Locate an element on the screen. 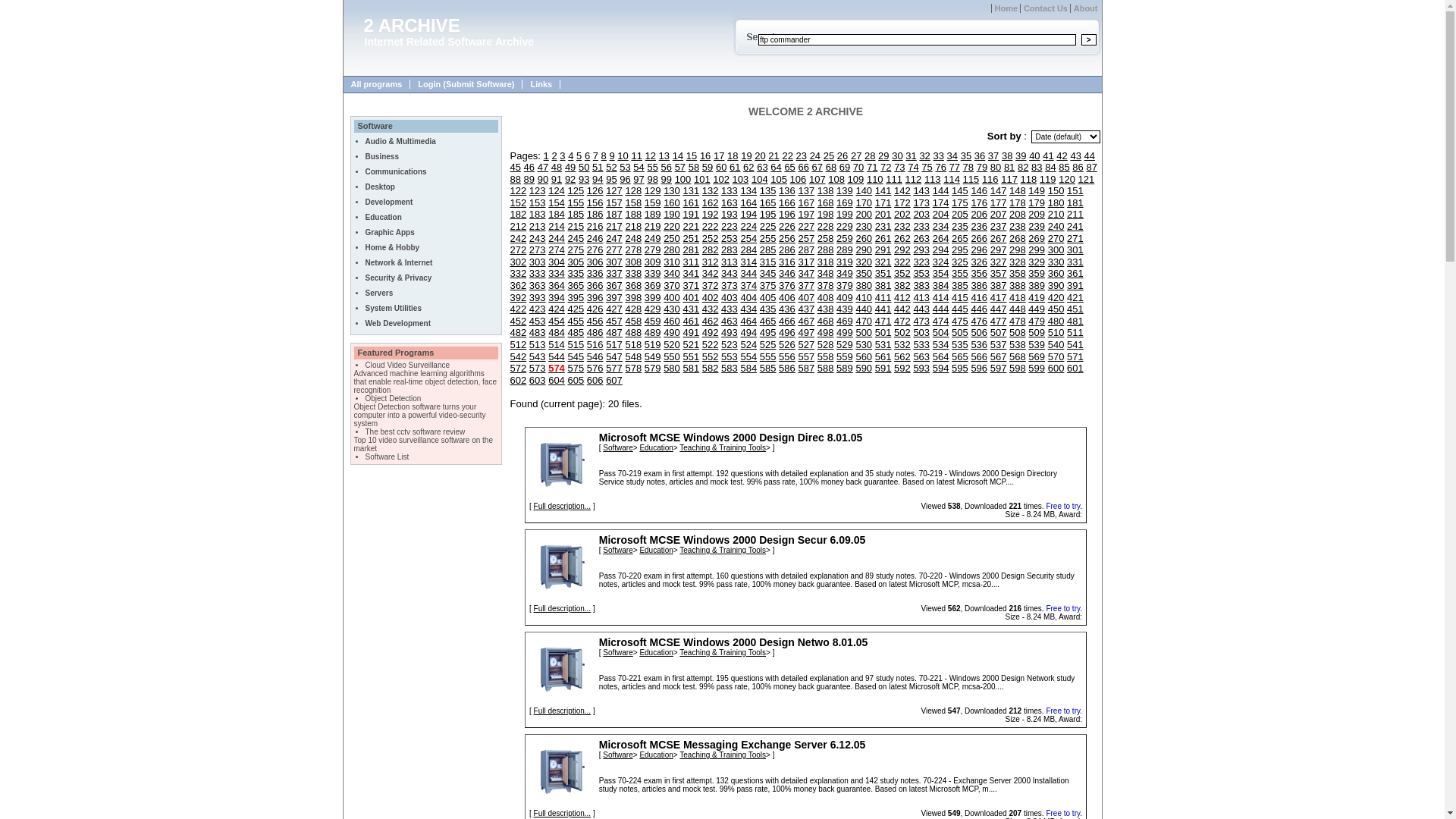 This screenshot has width=1456, height=819. '44' is located at coordinates (1088, 155).